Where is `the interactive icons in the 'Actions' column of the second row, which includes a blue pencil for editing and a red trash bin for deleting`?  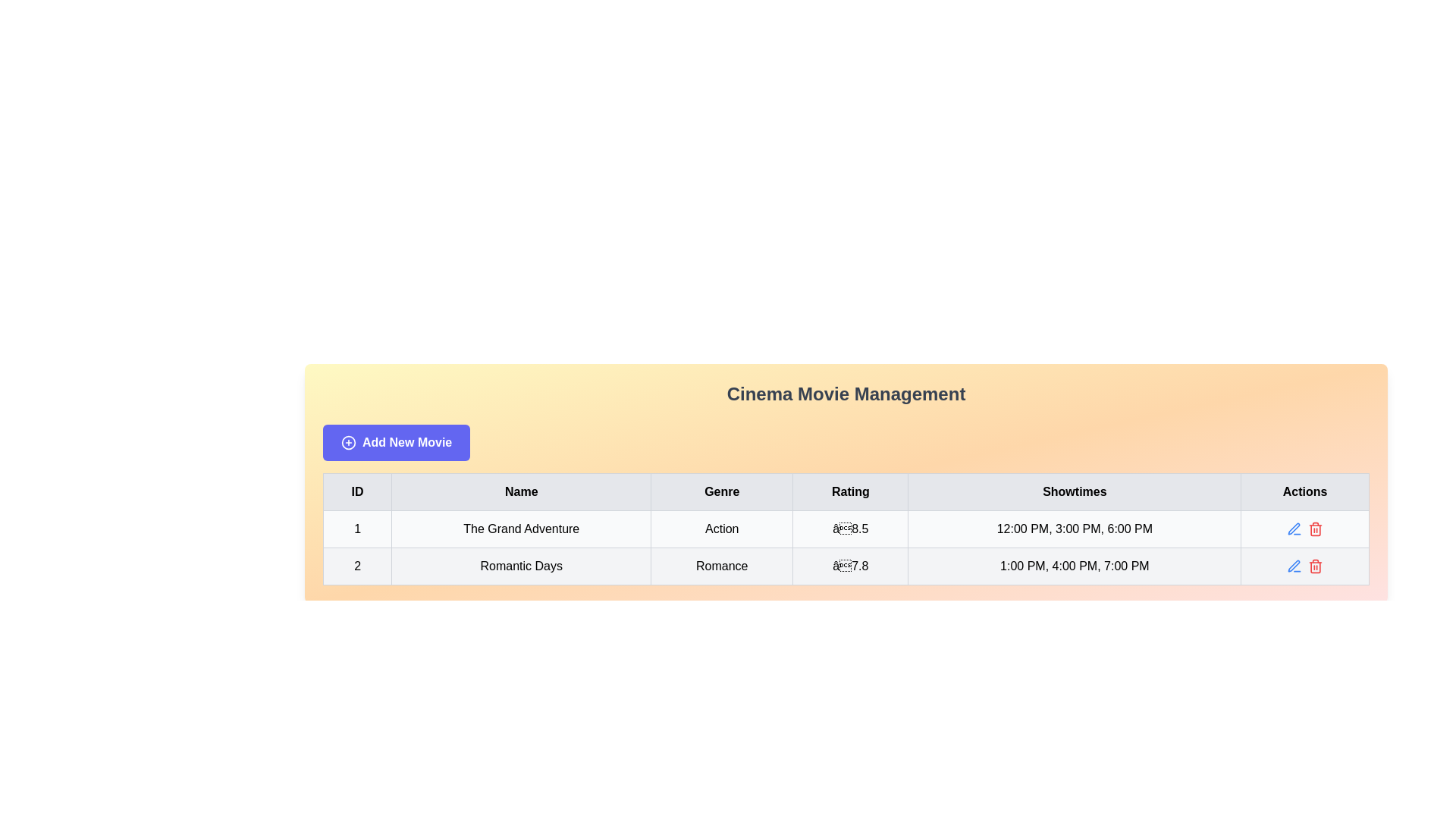
the interactive icons in the 'Actions' column of the second row, which includes a blue pencil for editing and a red trash bin for deleting is located at coordinates (1304, 566).